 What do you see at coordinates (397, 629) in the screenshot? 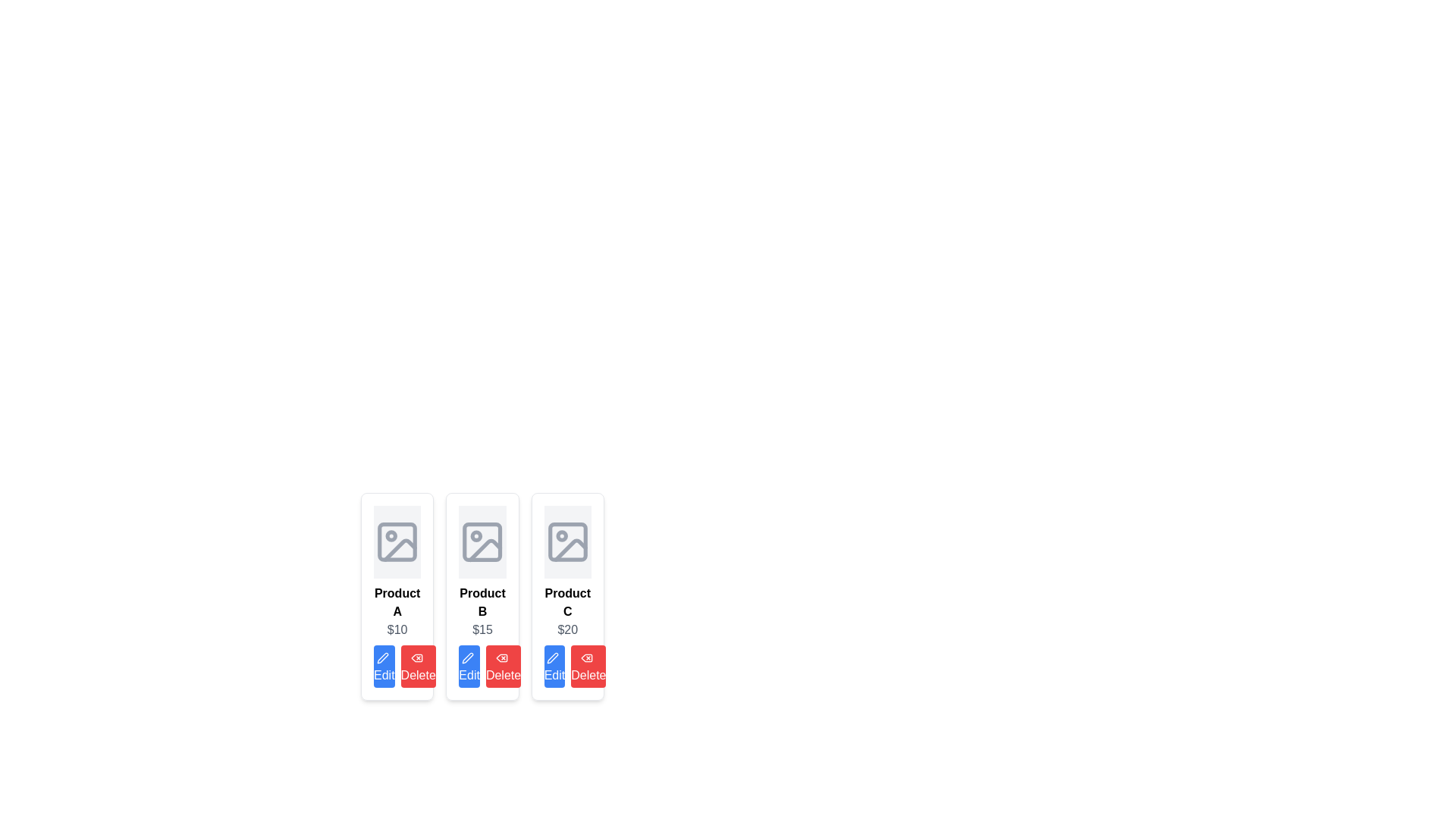
I see `the text label displaying '$10', which is located below the product title 'Product A' and above the action buttons 'Edit' and 'Delete'` at bounding box center [397, 629].